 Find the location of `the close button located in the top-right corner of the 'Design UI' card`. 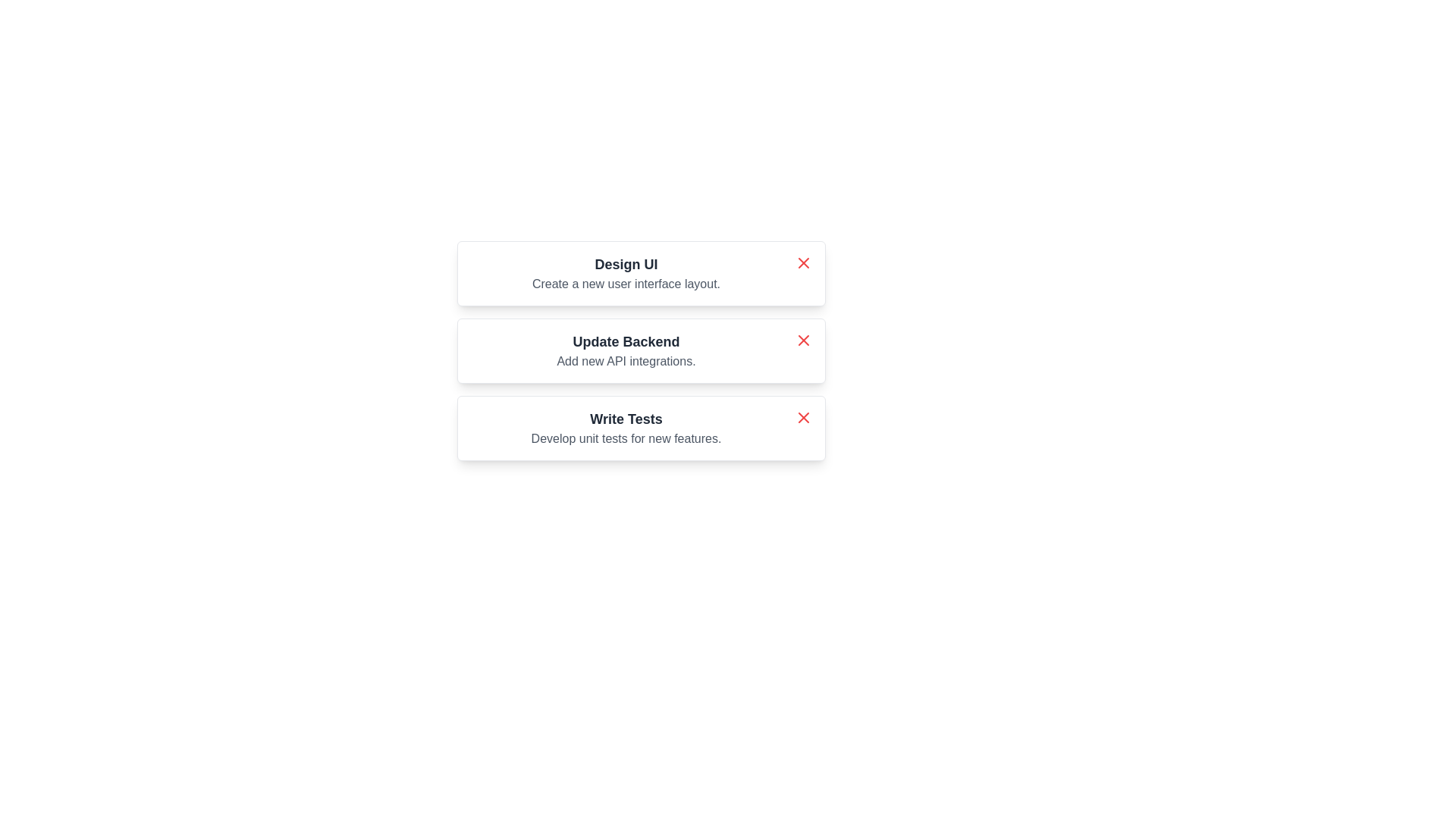

the close button located in the top-right corner of the 'Design UI' card is located at coordinates (803, 262).